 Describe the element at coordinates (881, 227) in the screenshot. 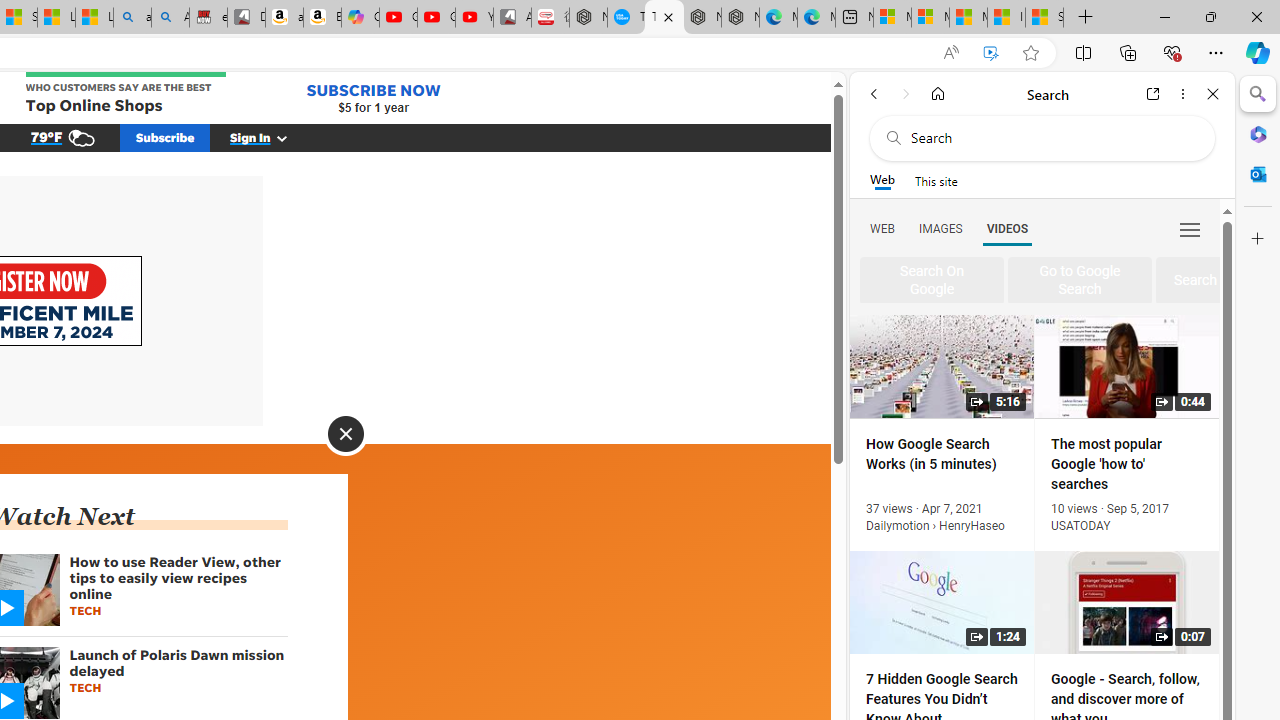

I see `'Search Filter, WEB'` at that location.